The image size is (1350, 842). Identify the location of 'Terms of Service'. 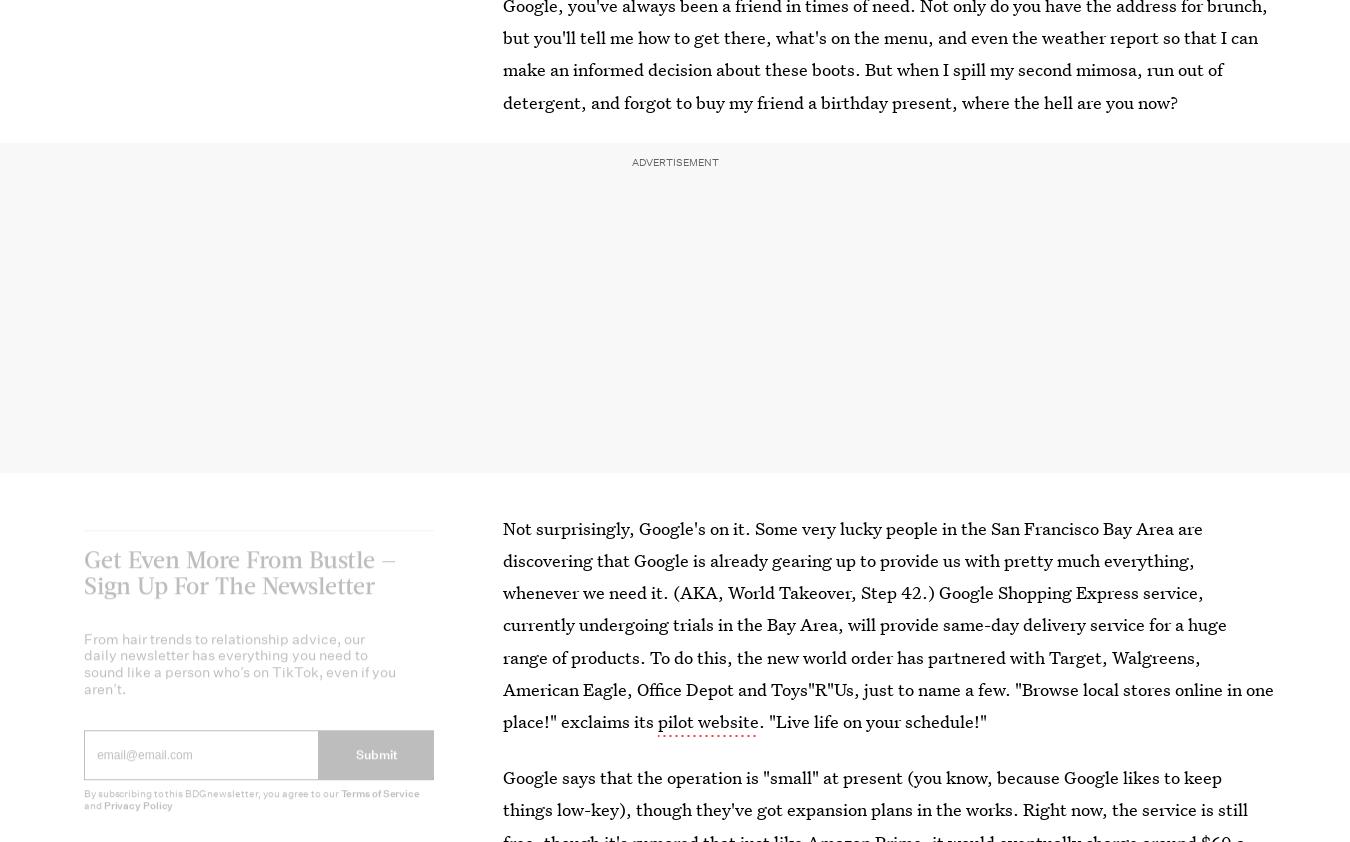
(380, 807).